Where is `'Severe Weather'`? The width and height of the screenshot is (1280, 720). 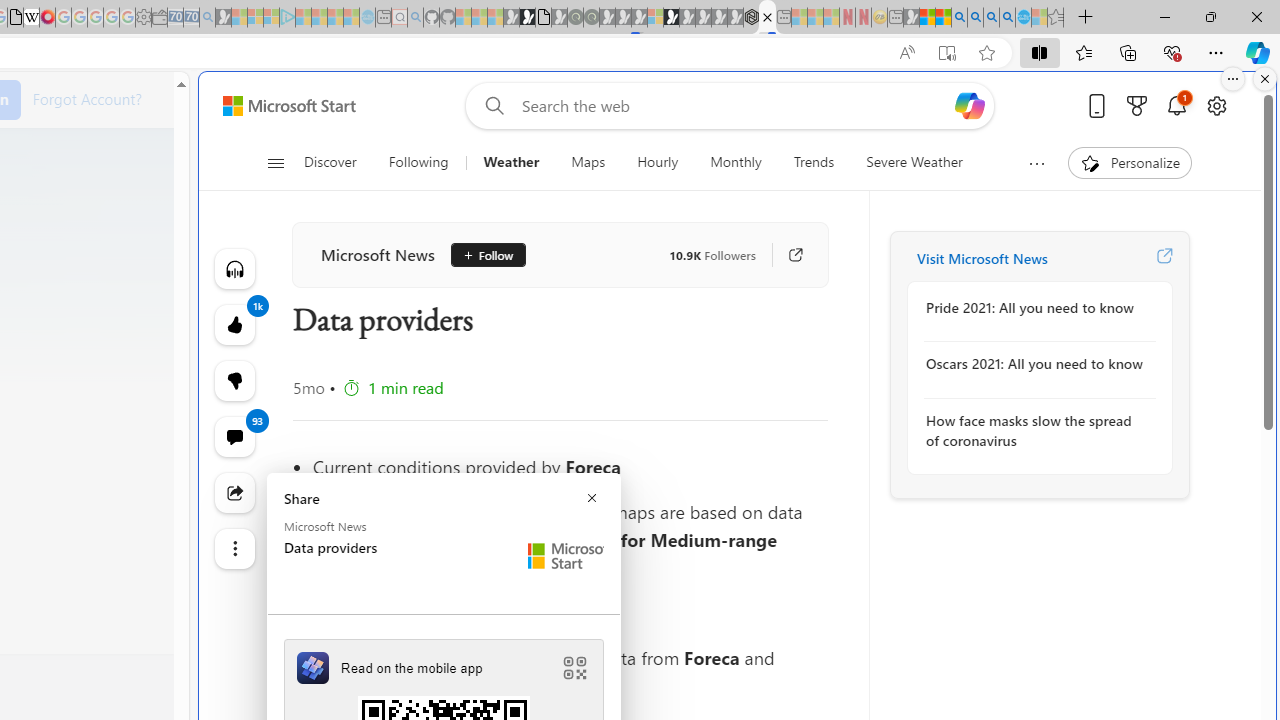 'Severe Weather' is located at coordinates (913, 162).